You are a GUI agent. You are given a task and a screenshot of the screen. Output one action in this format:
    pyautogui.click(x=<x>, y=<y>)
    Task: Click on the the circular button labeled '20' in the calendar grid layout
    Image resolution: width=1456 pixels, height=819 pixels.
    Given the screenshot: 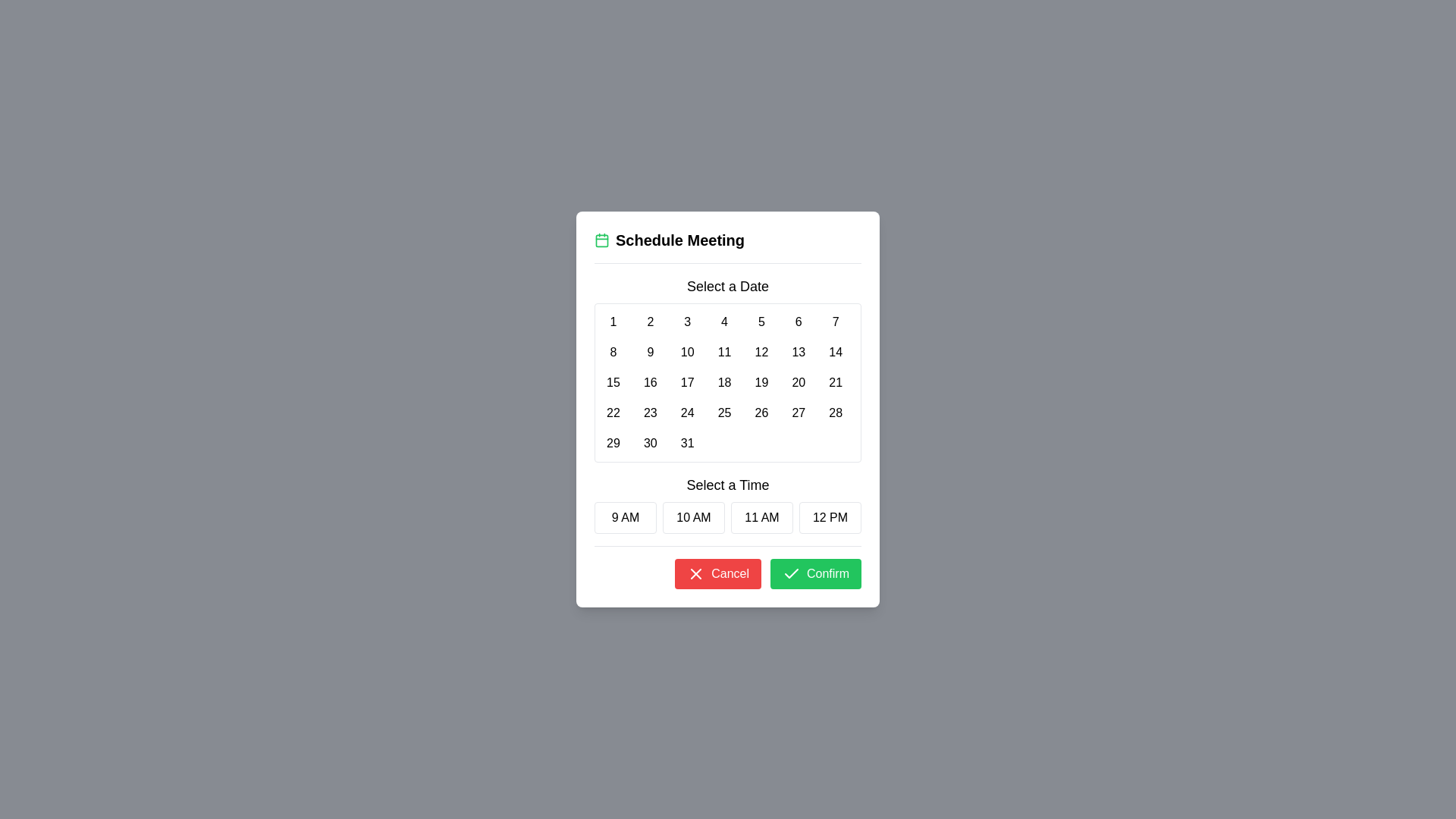 What is the action you would take?
    pyautogui.click(x=798, y=382)
    